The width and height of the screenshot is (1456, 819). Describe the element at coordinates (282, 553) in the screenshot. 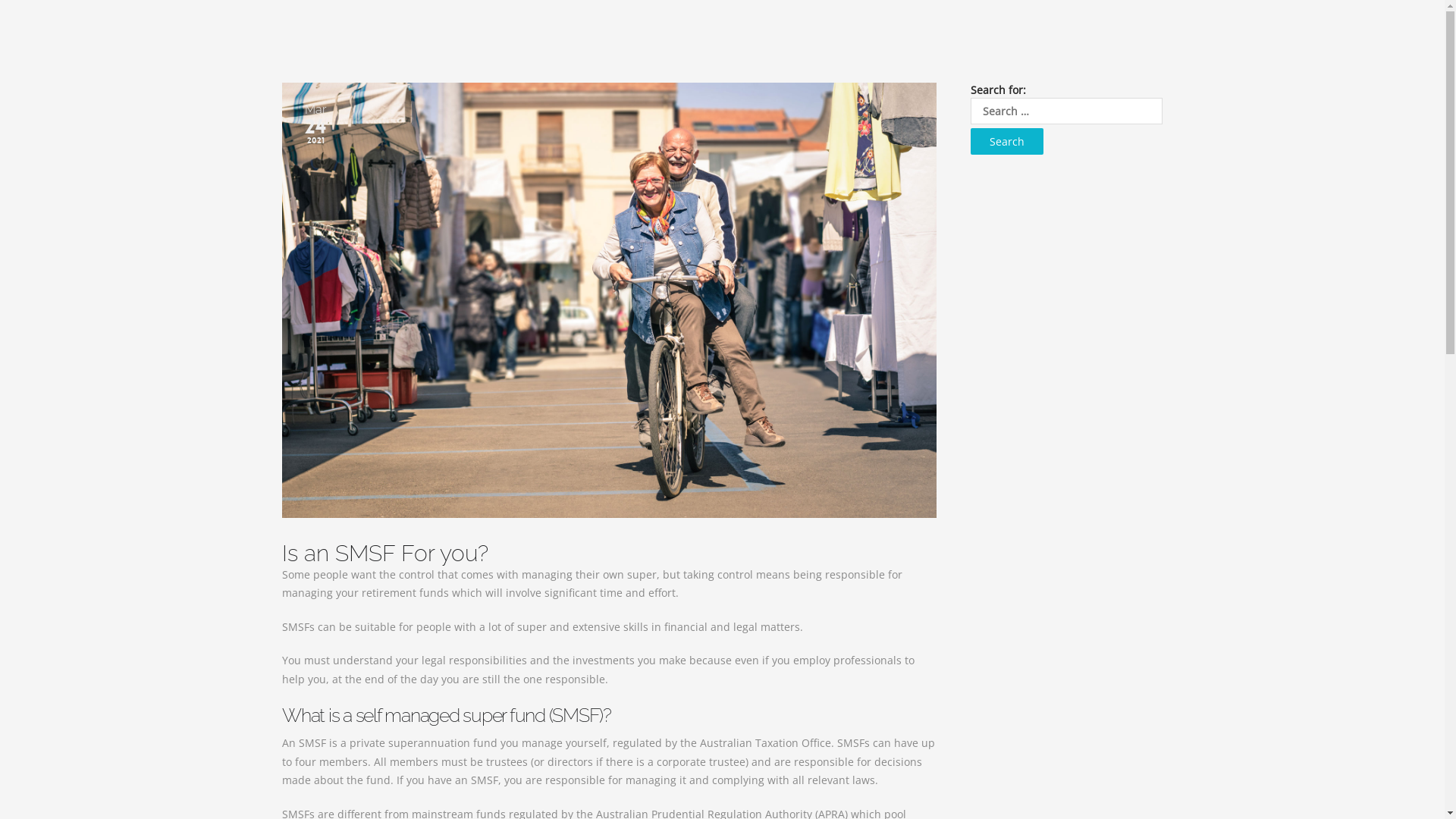

I see `'Is an SMSF For you?'` at that location.